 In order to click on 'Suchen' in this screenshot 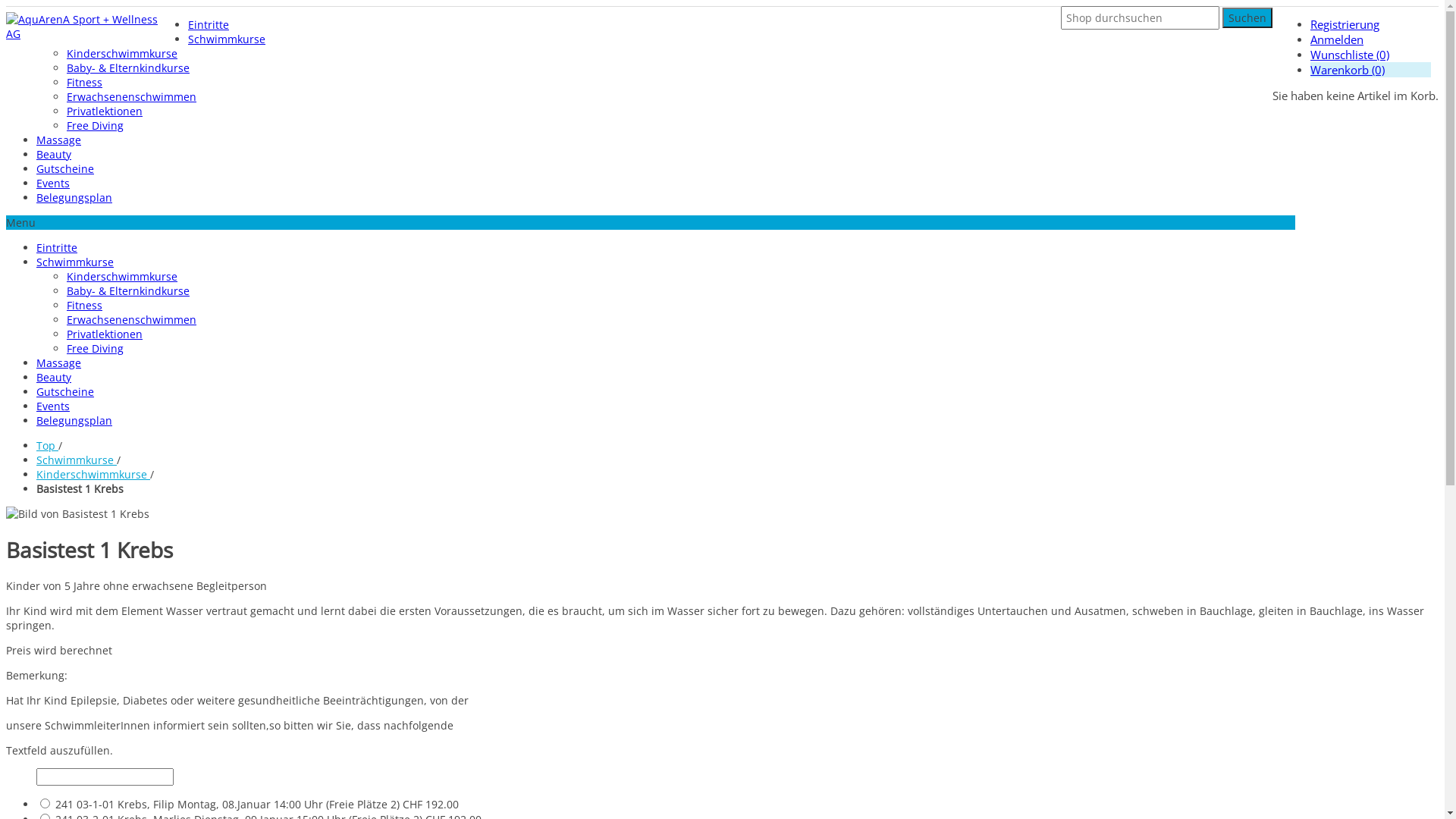, I will do `click(1247, 17)`.